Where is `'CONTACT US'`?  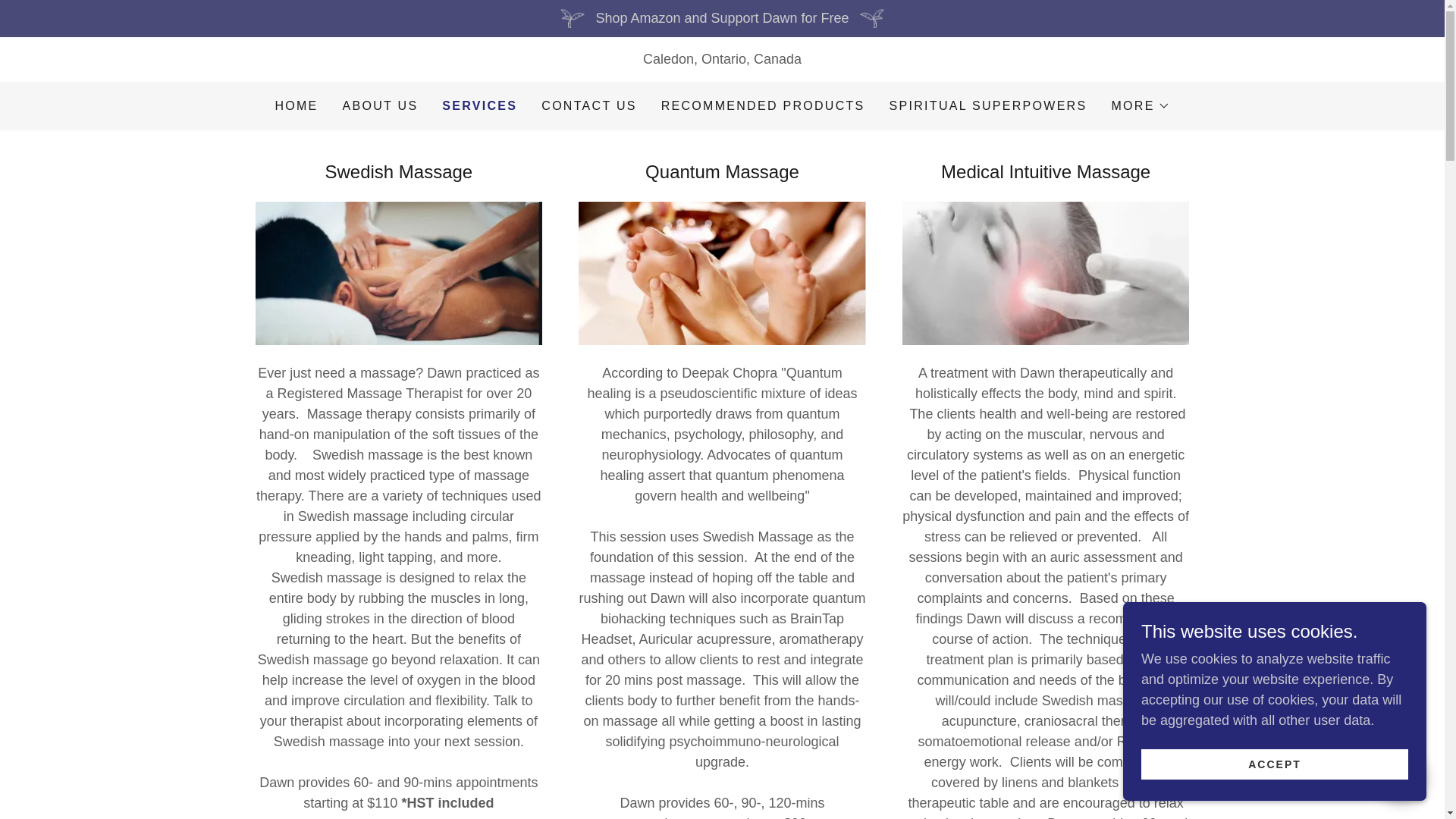 'CONTACT US' is located at coordinates (537, 105).